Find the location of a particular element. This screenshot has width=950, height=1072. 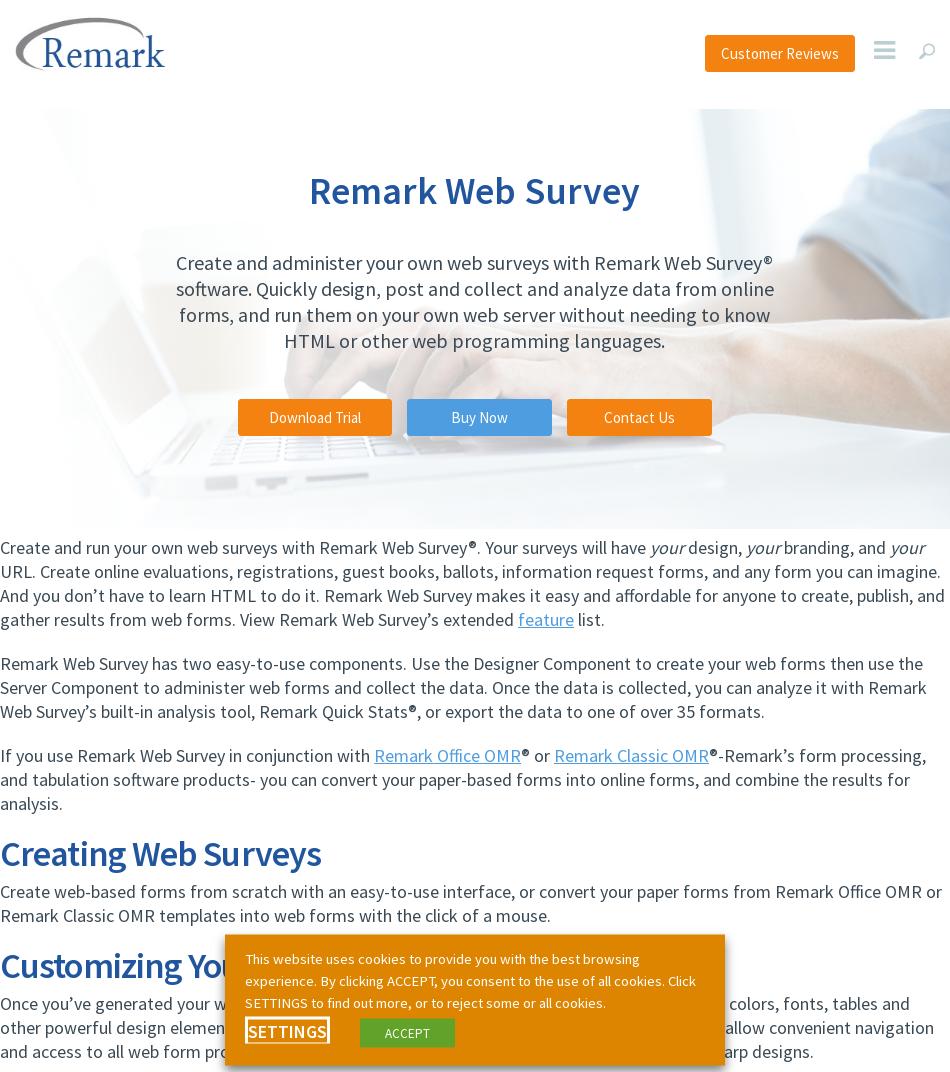

'Creating Web Surveys' is located at coordinates (160, 852).